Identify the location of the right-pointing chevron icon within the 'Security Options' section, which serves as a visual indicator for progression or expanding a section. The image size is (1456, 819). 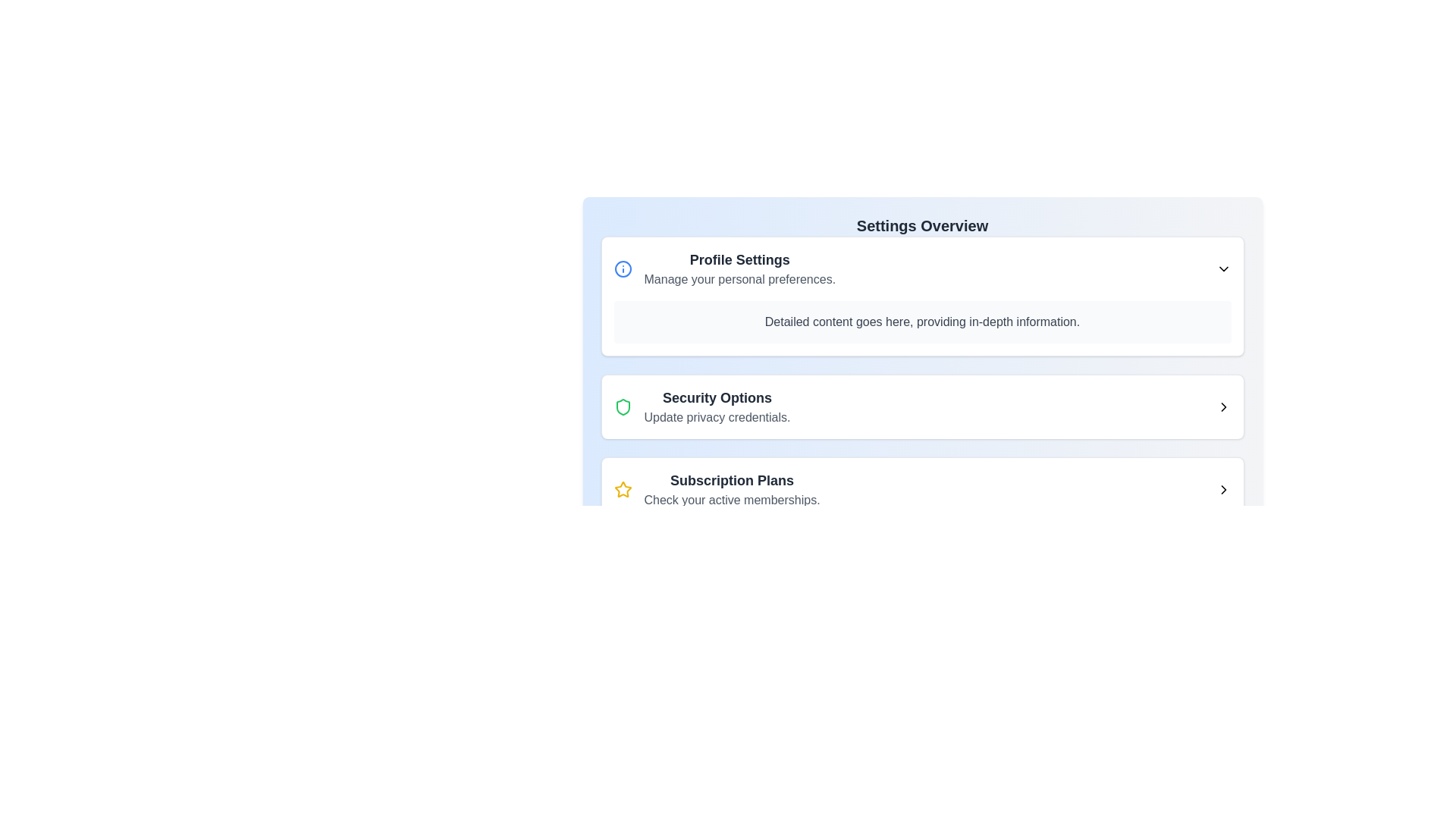
(1223, 406).